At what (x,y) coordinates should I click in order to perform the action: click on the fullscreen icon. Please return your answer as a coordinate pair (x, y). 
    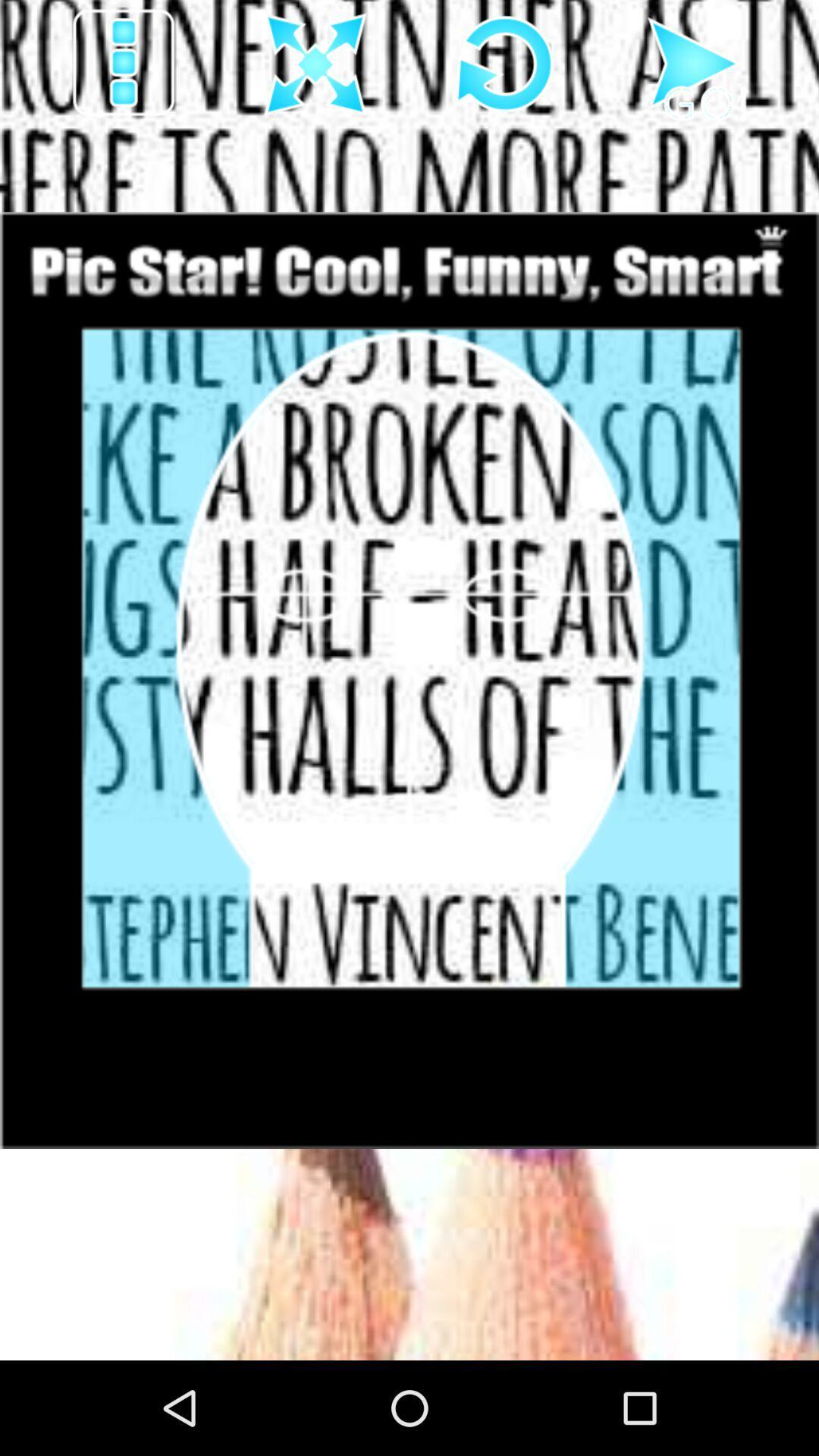
    Looking at the image, I should click on (315, 68).